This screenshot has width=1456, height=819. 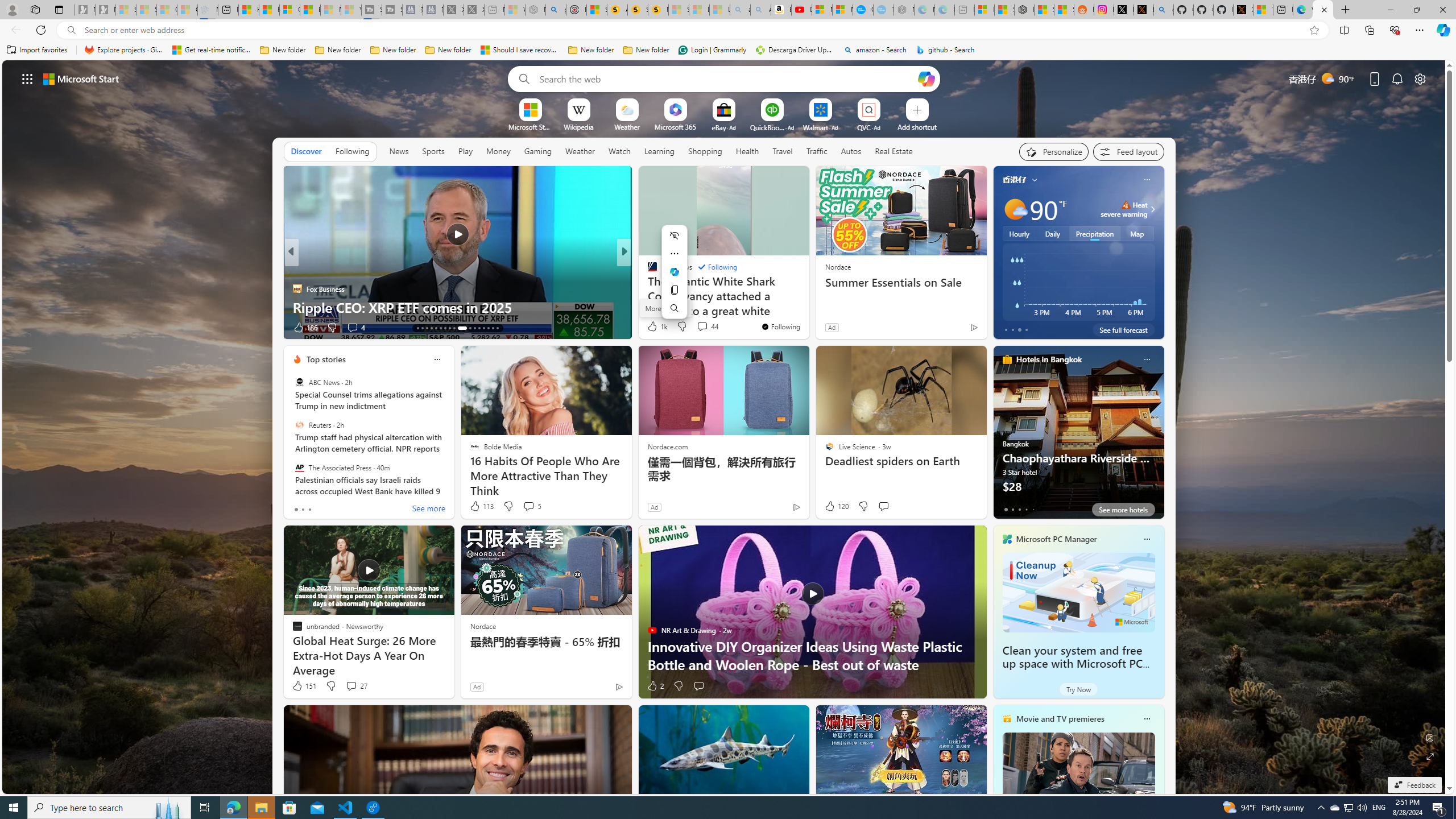 What do you see at coordinates (304, 327) in the screenshot?
I see `'186 Like'` at bounding box center [304, 327].